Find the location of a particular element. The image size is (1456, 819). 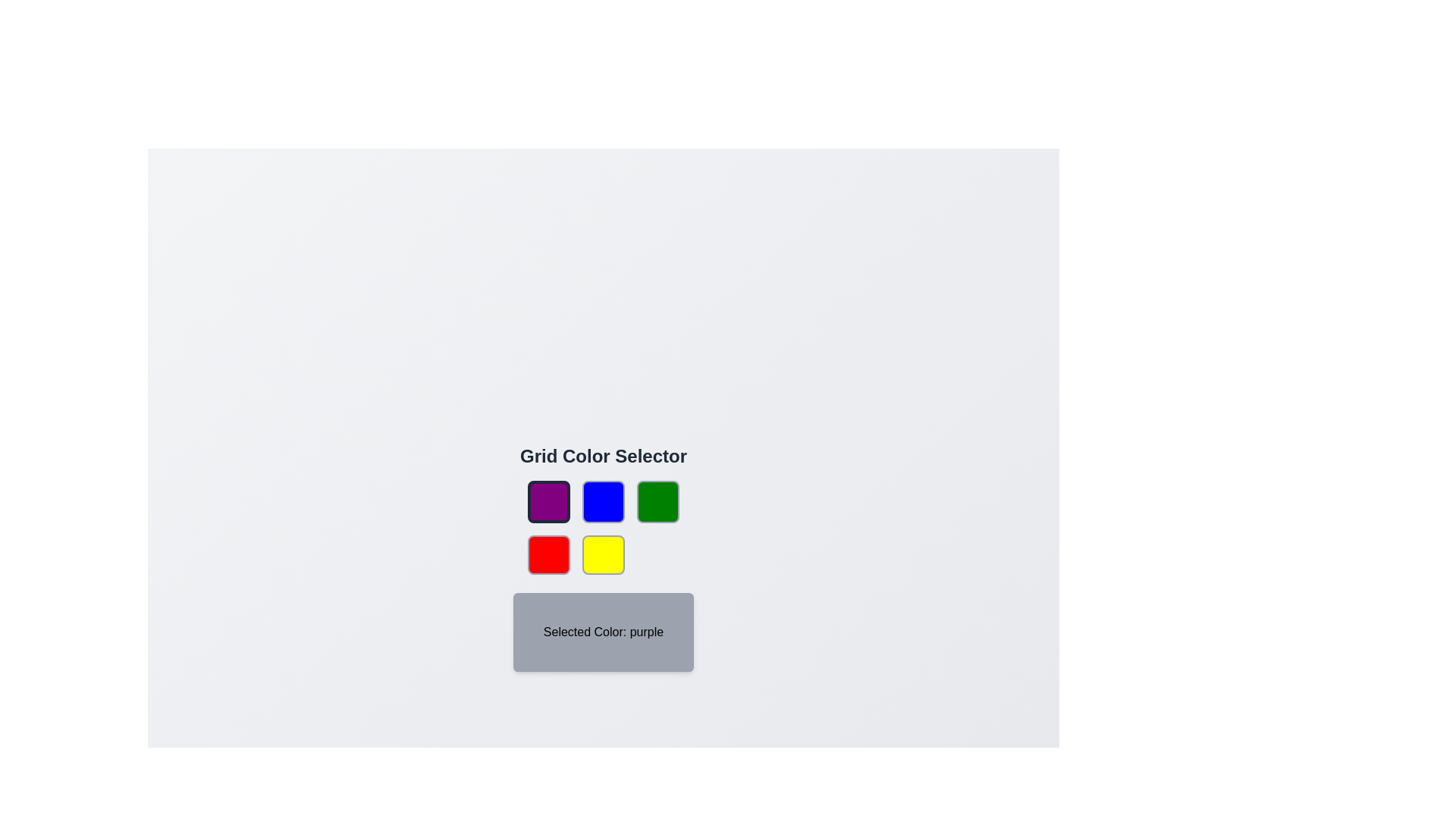

the color button corresponding to green is located at coordinates (658, 502).